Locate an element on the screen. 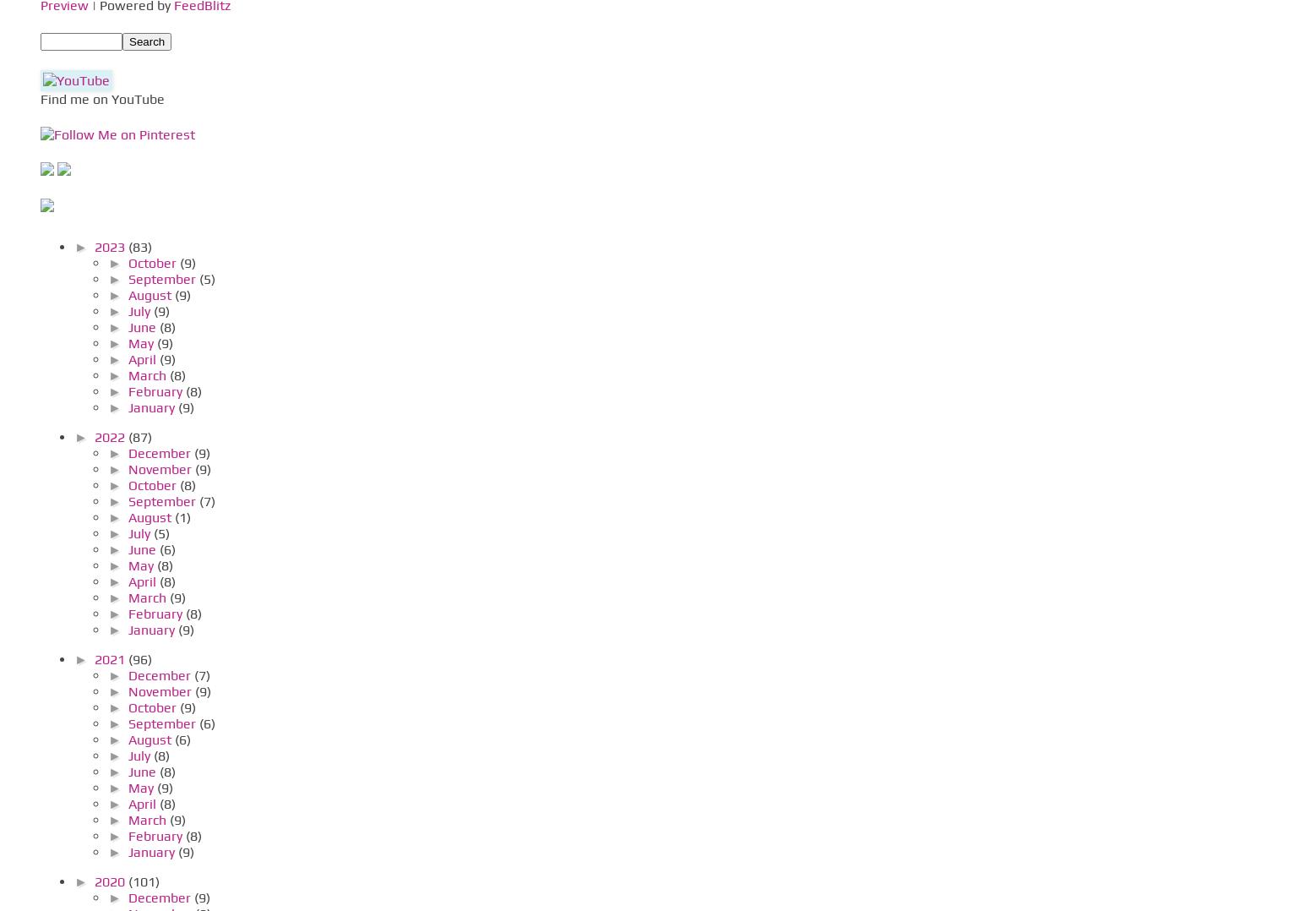 This screenshot has width=1316, height=911. '2021' is located at coordinates (110, 657).